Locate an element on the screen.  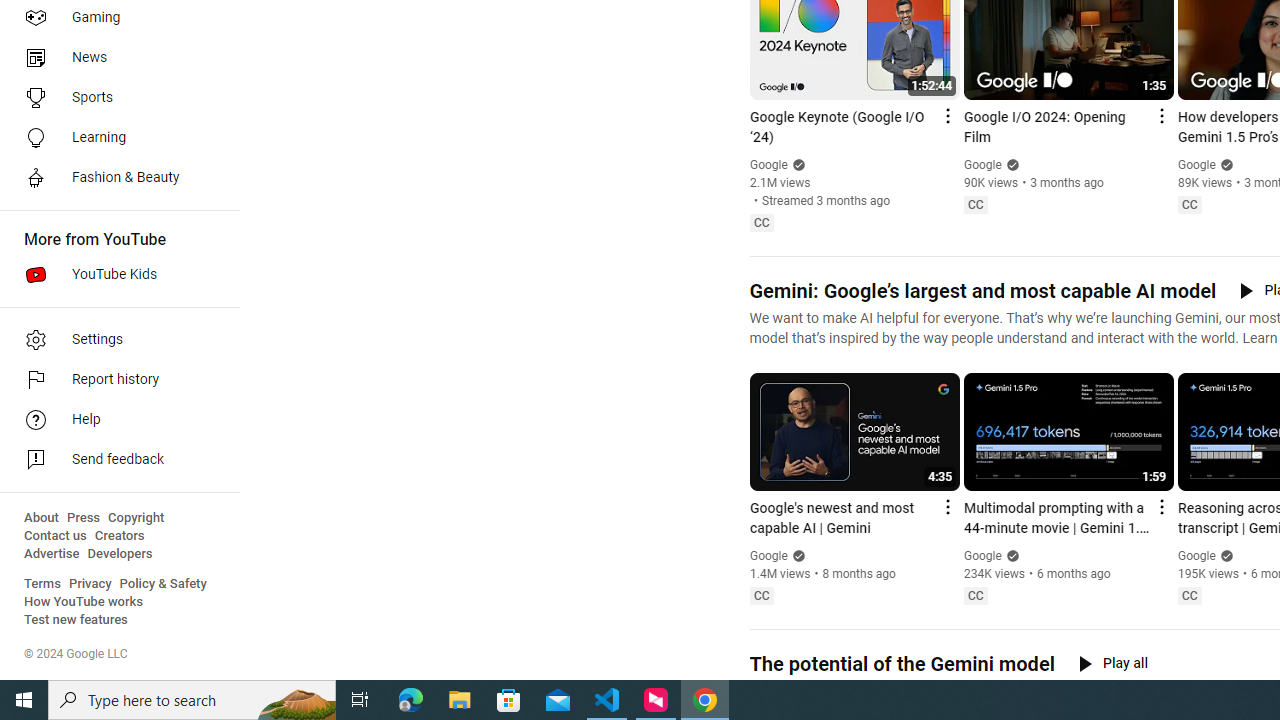
'Sports' is located at coordinates (112, 97).